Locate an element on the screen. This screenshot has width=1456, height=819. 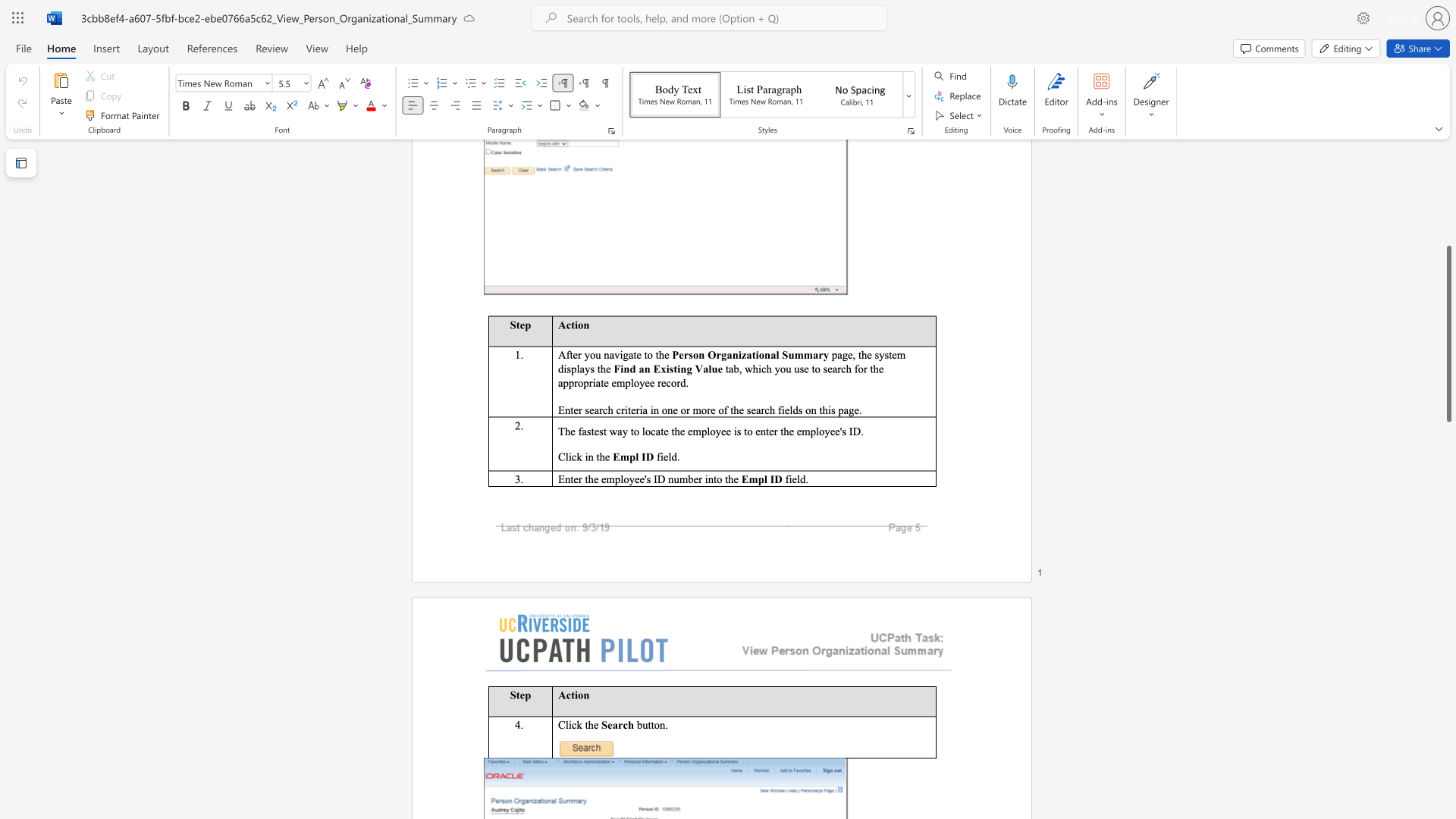
the subset text "Enter the employee" within the text "Enter the employee" is located at coordinates (557, 479).